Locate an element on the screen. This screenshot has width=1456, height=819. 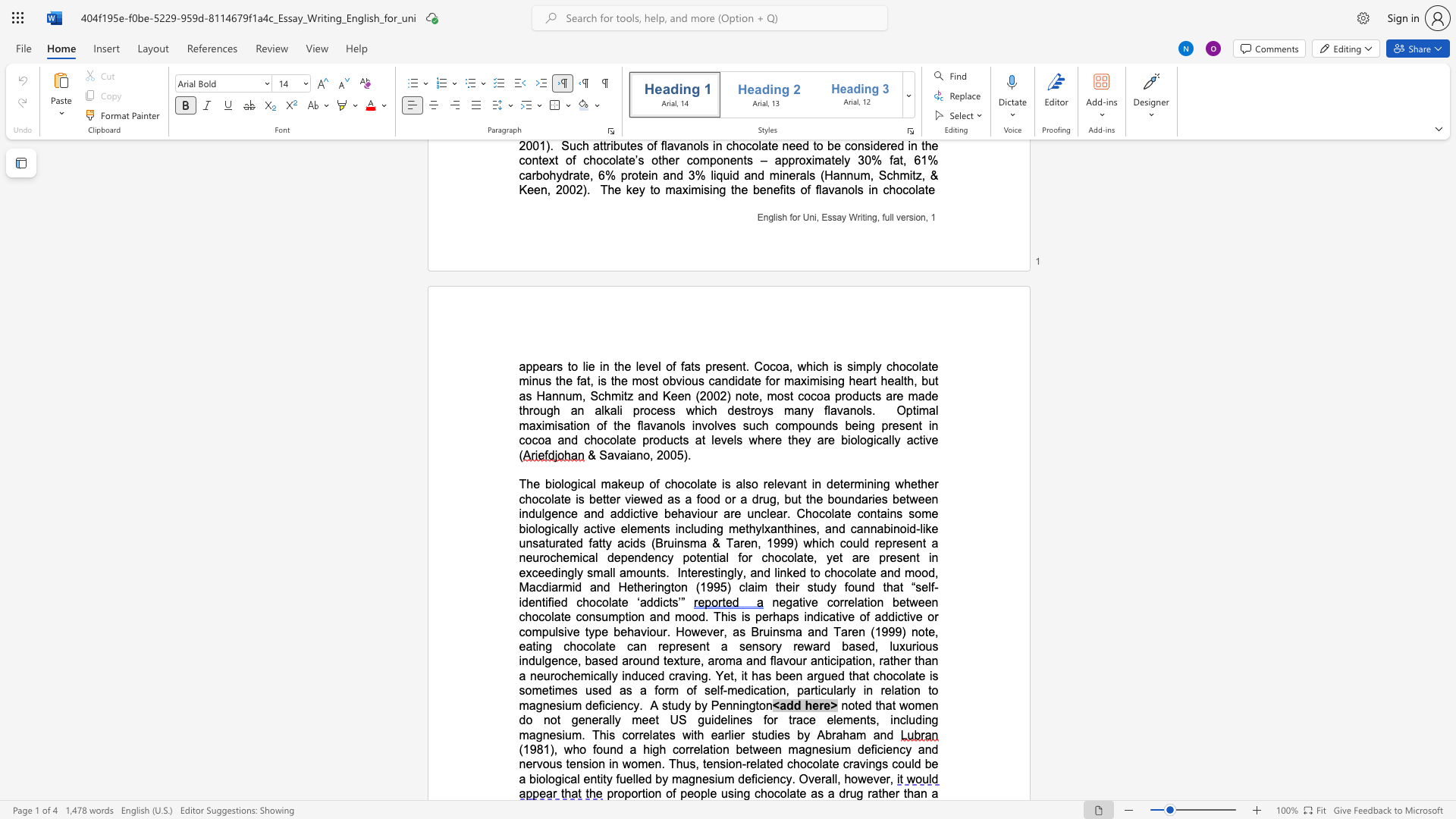
the subset text "lly me" within the text "generally meet" is located at coordinates (609, 719).